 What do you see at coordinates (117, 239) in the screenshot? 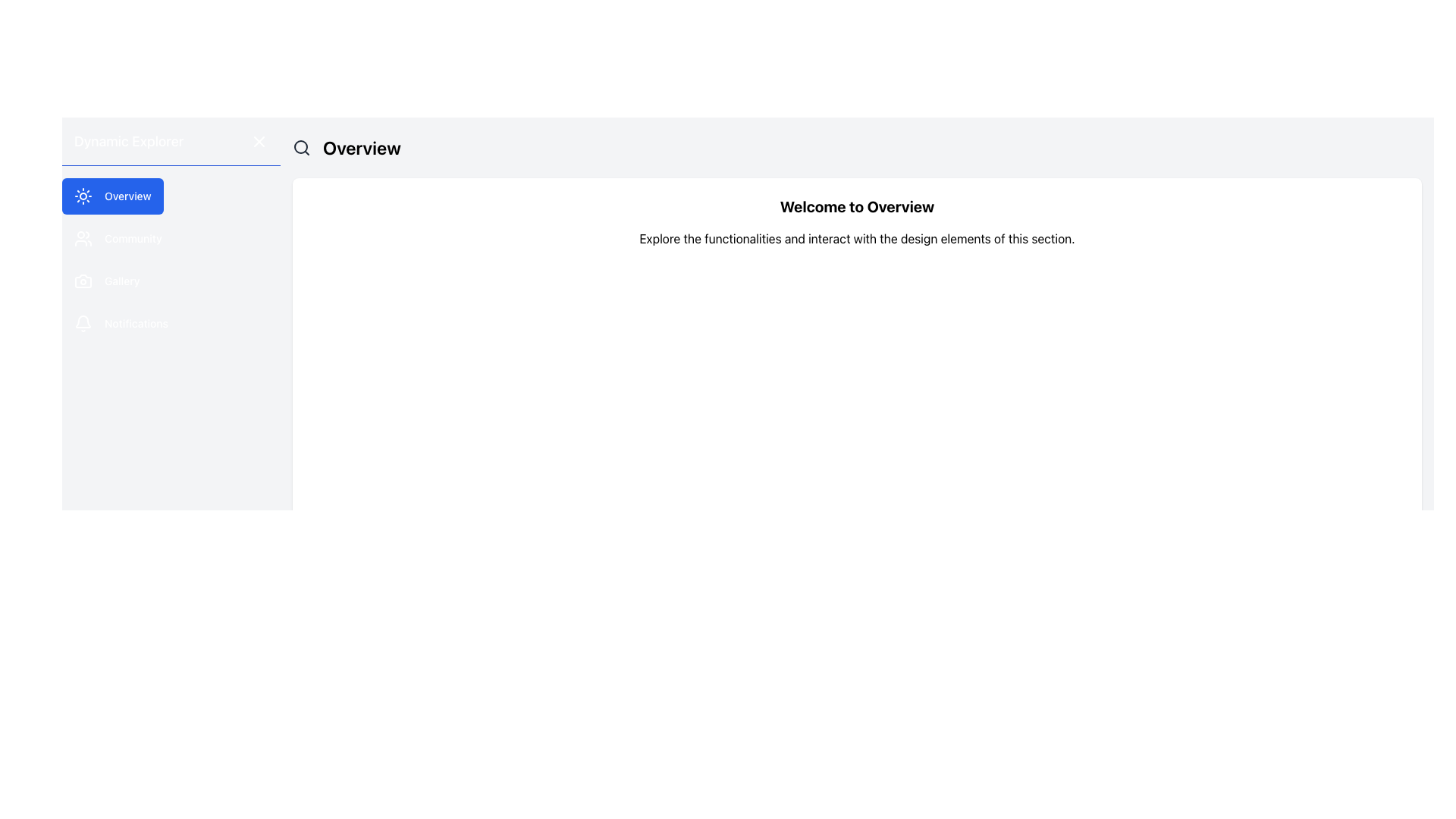
I see `the 'Community' button located in the sidebar below the 'Overview' option and above the 'Gallery' option` at bounding box center [117, 239].